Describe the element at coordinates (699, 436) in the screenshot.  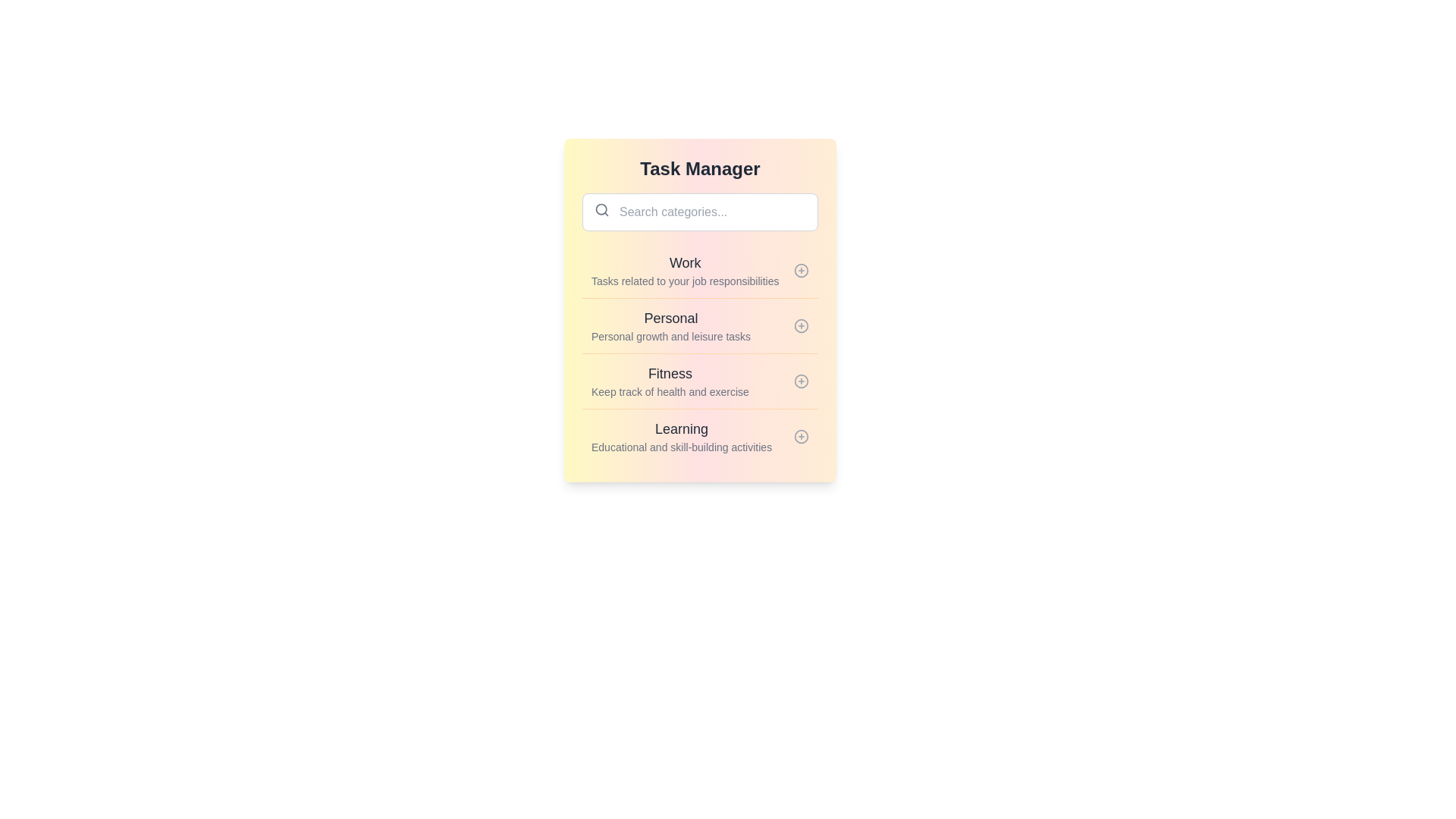
I see `the fourth list item titled 'Learning' with a description 'Educational and skill-building activities'` at that location.